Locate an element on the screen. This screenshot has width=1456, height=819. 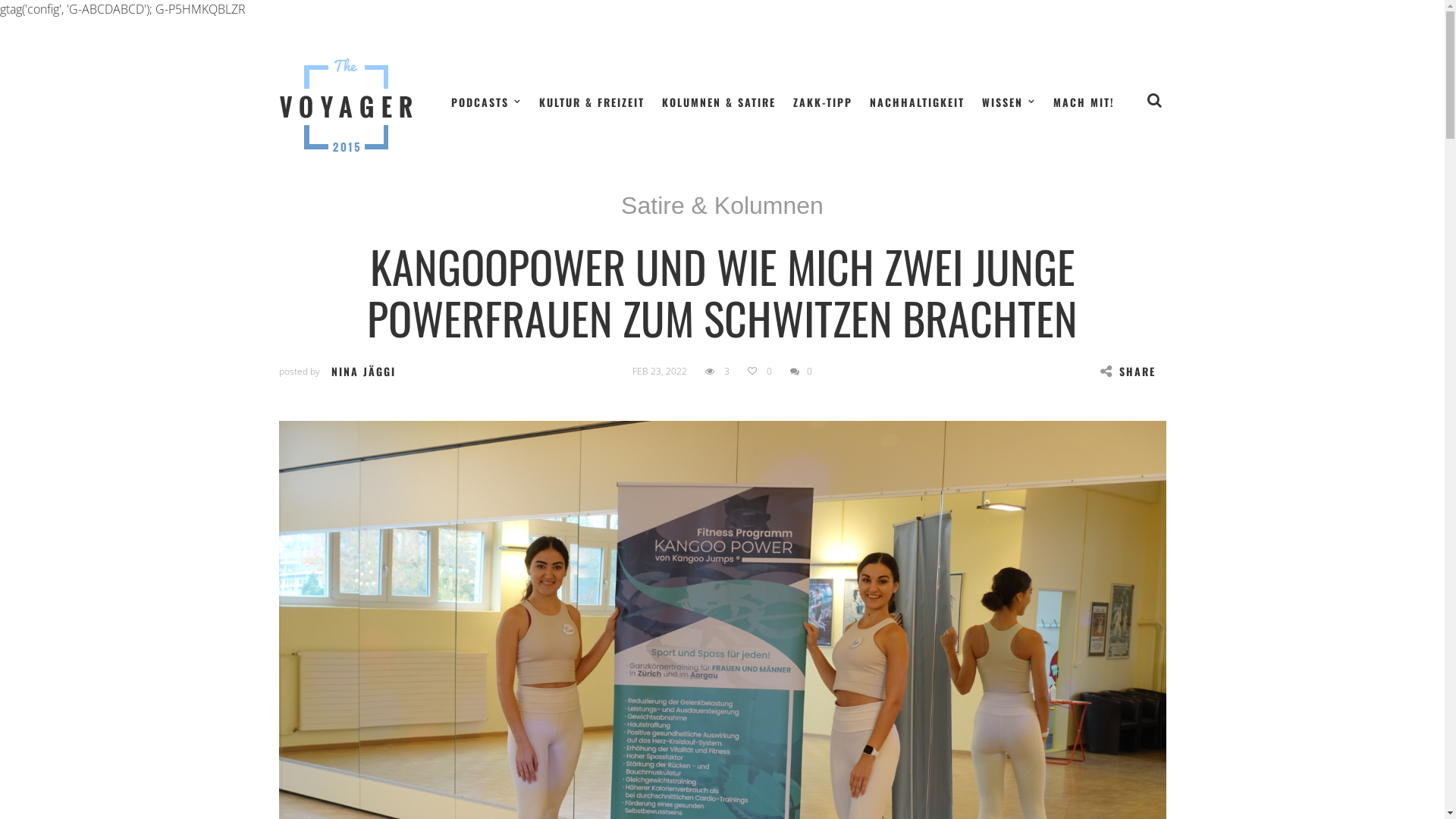
'KOLUMNEN & SATIRE' is located at coordinates (717, 102).